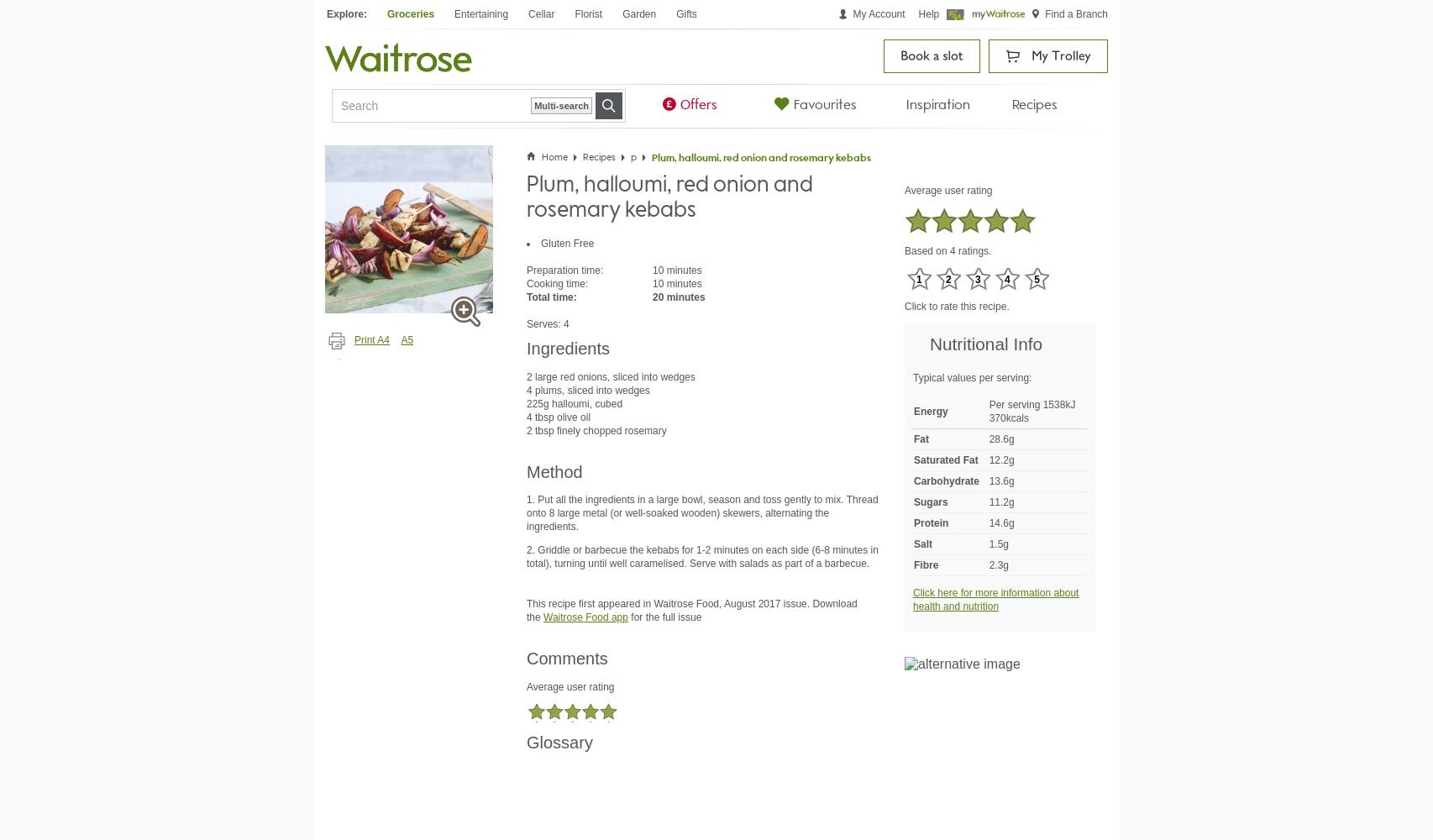 This screenshot has width=1433, height=840. Describe the element at coordinates (923, 544) in the screenshot. I see `'Salt'` at that location.